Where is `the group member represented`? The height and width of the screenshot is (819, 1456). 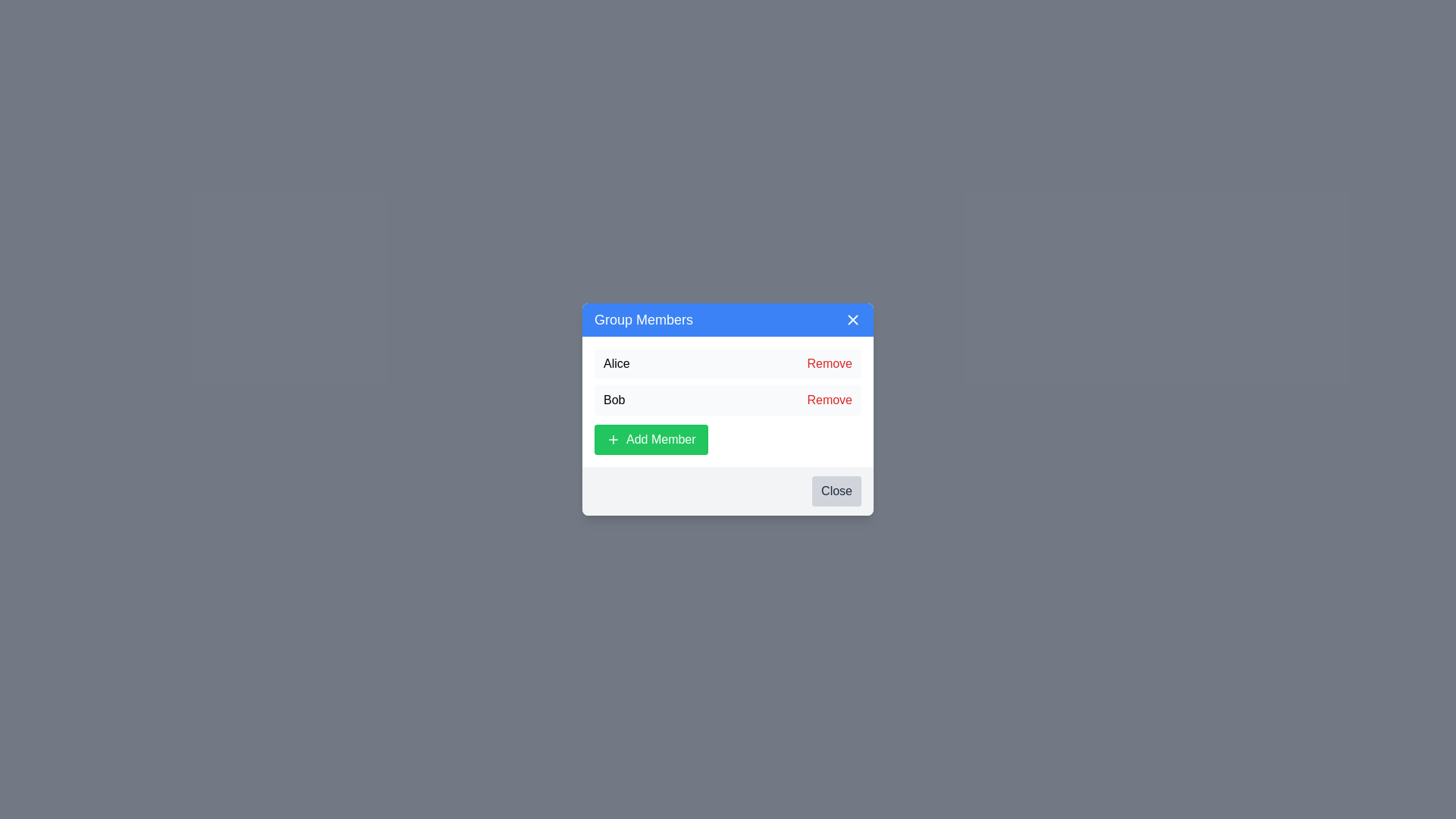
the group member represented is located at coordinates (728, 400).